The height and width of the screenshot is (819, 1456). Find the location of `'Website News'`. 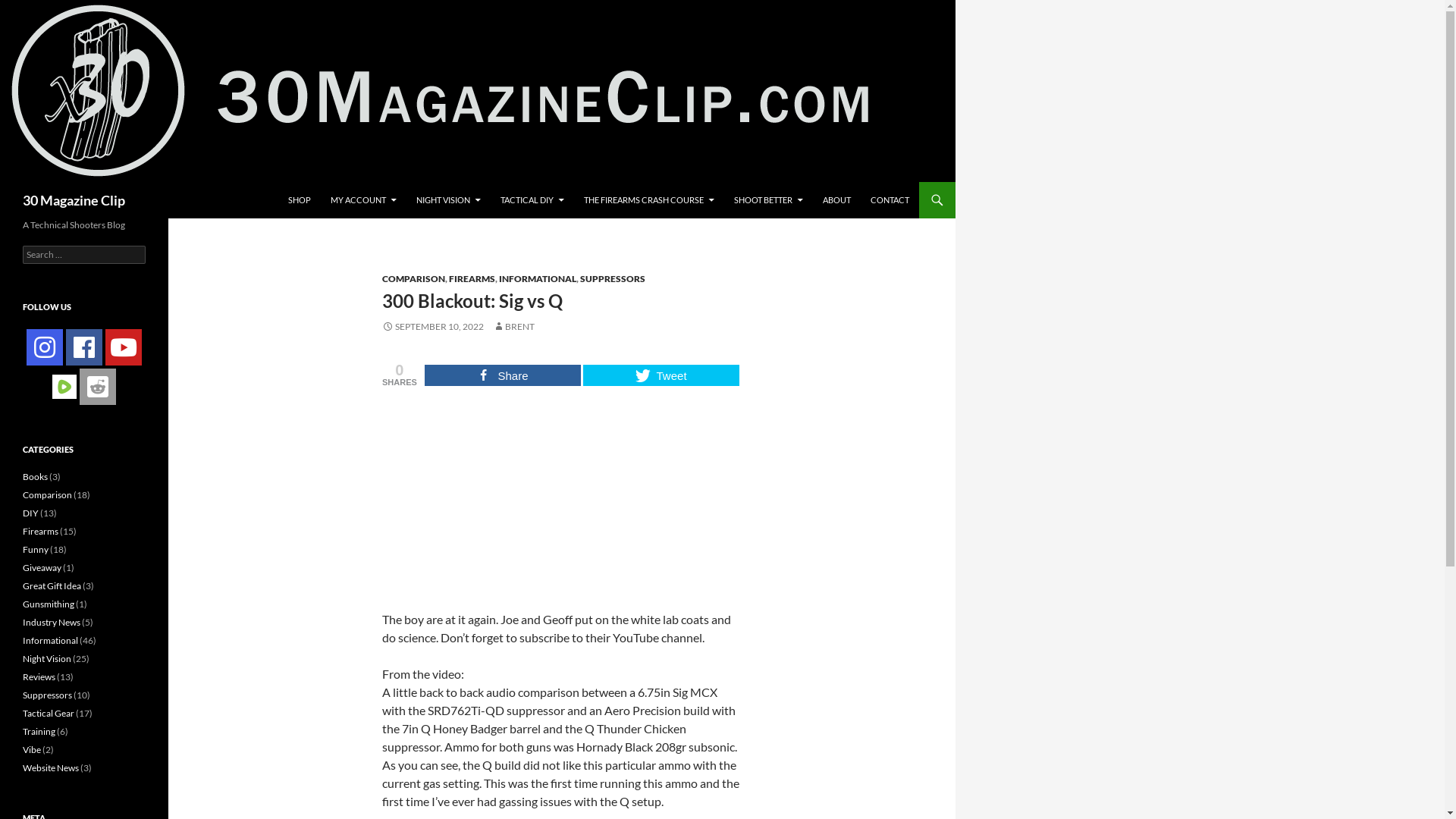

'Website News' is located at coordinates (51, 767).